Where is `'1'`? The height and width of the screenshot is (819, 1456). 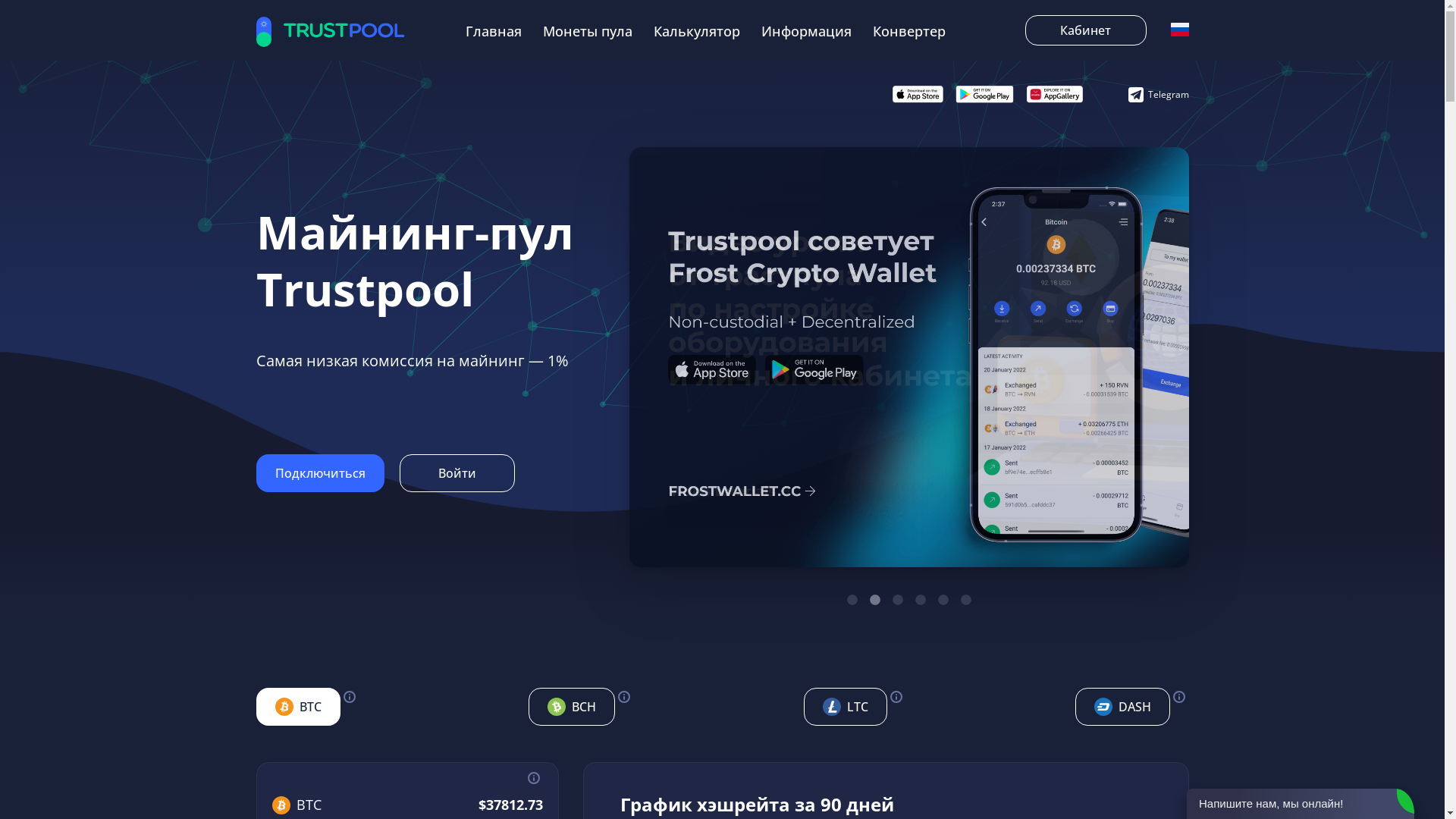 '1' is located at coordinates (852, 599).